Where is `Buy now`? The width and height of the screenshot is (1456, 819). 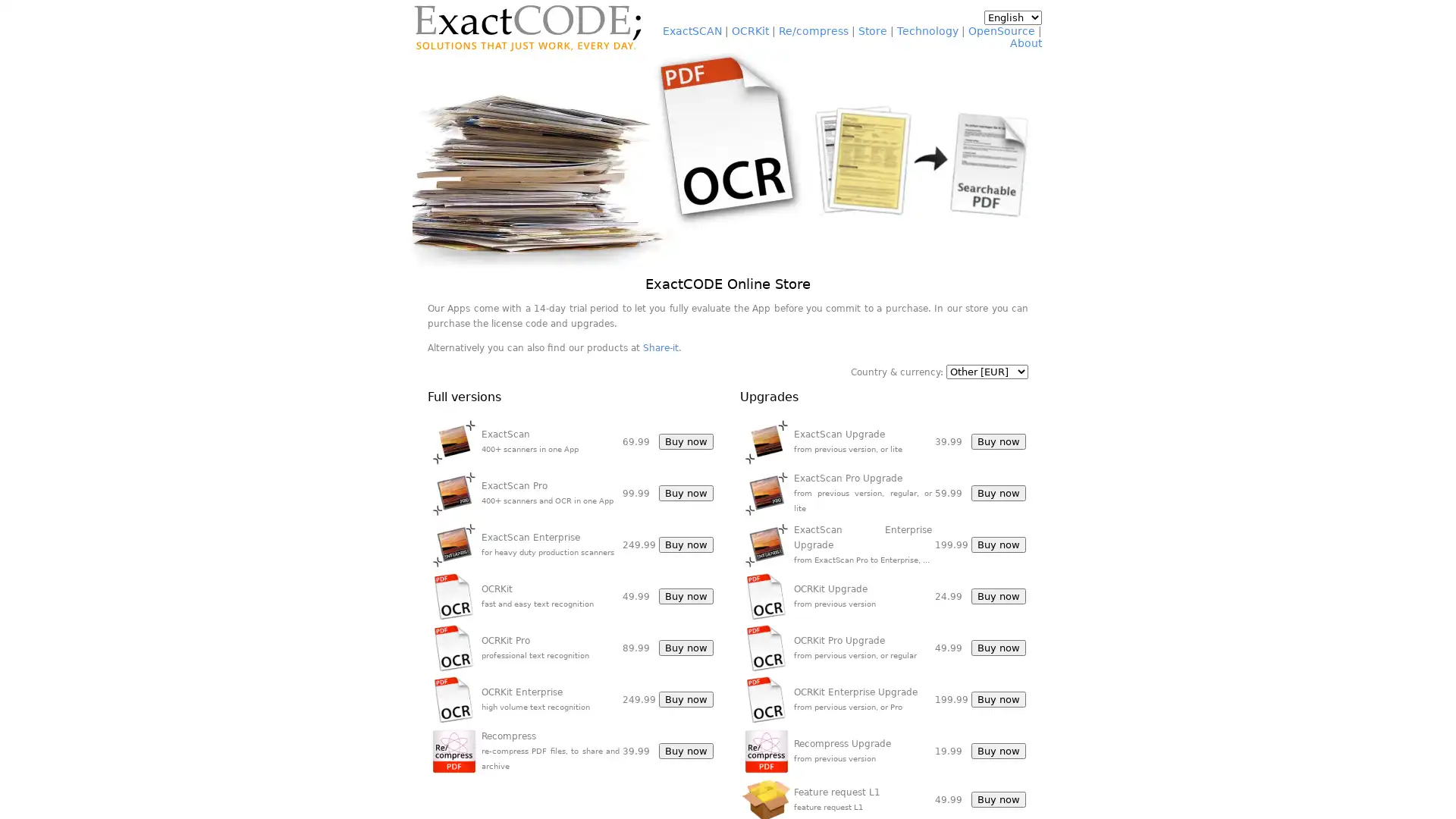 Buy now is located at coordinates (686, 544).